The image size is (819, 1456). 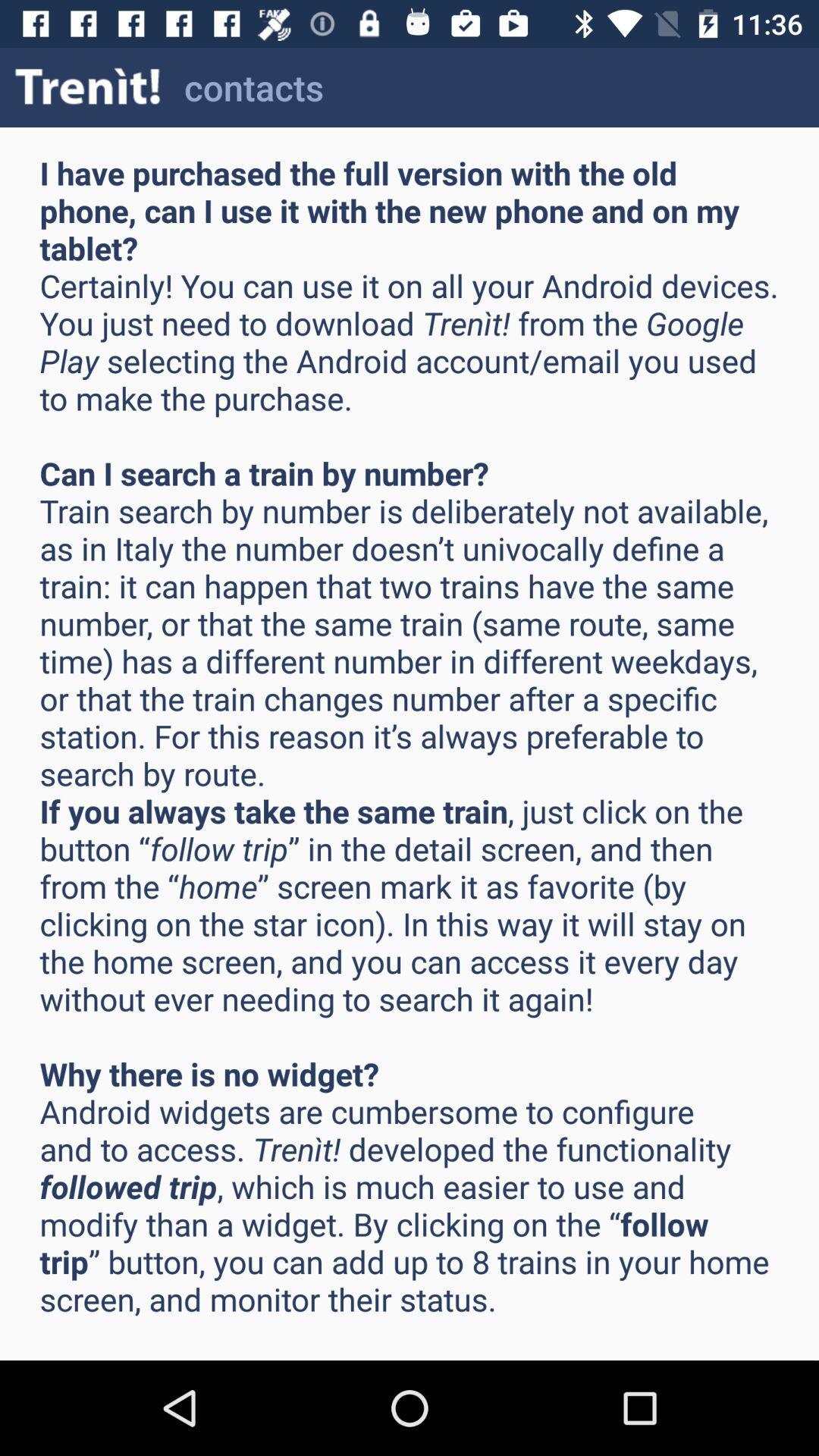 What do you see at coordinates (88, 86) in the screenshot?
I see `icon above f a q` at bounding box center [88, 86].